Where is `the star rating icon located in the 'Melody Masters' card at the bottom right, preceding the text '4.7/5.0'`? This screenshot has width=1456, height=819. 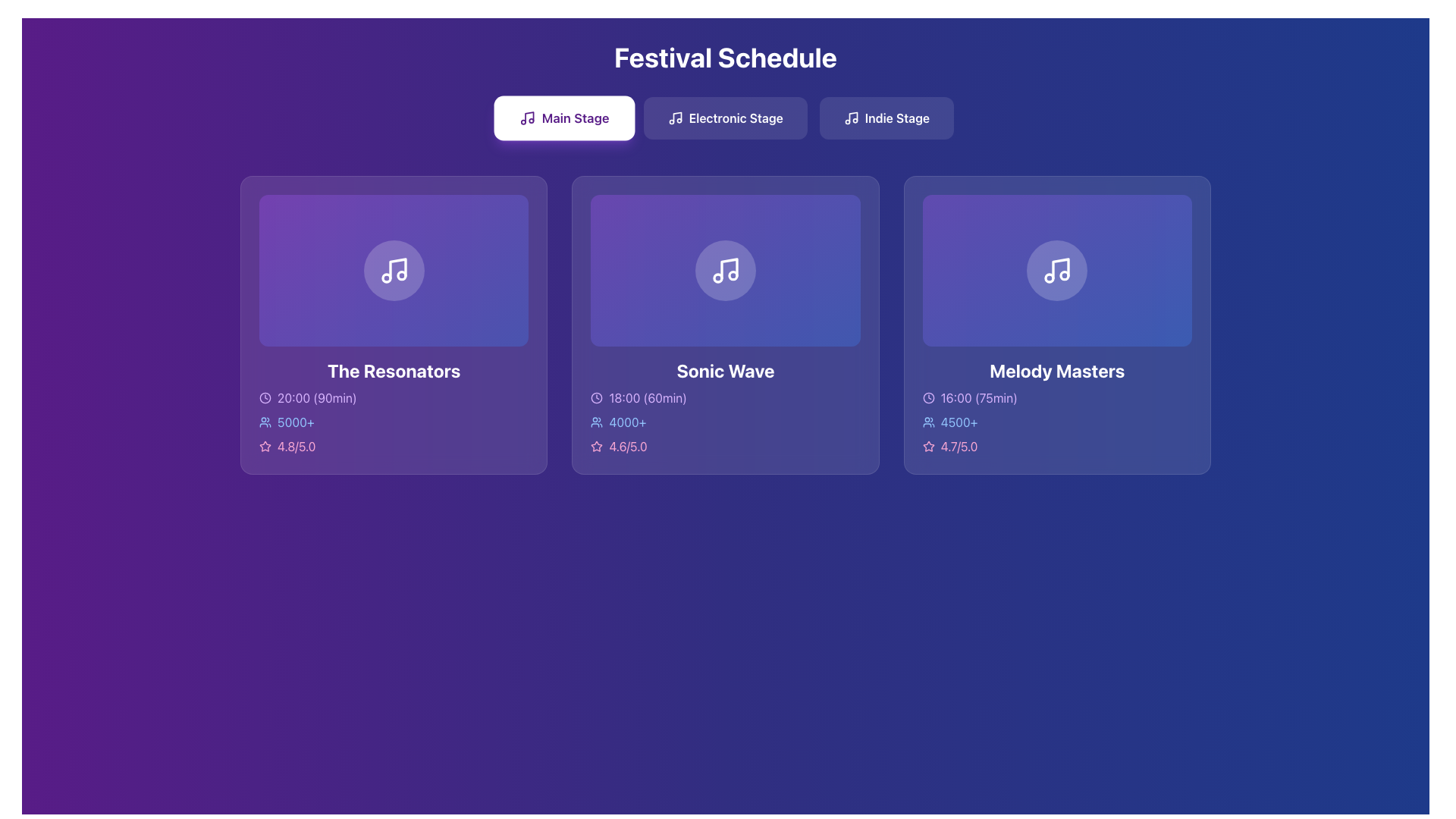
the star rating icon located in the 'Melody Masters' card at the bottom right, preceding the text '4.7/5.0' is located at coordinates (927, 445).